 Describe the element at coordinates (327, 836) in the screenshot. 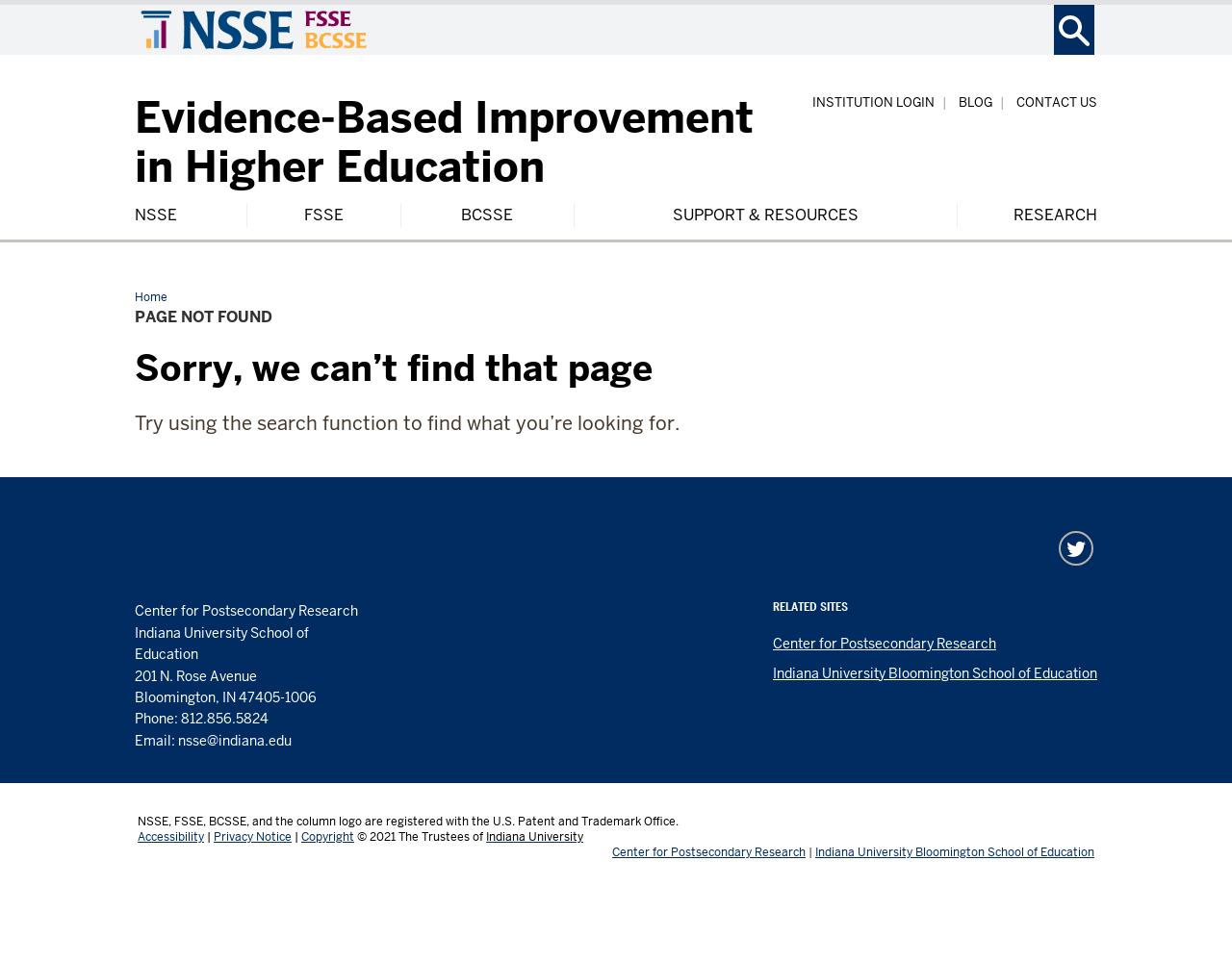

I see `'Copyright'` at that location.